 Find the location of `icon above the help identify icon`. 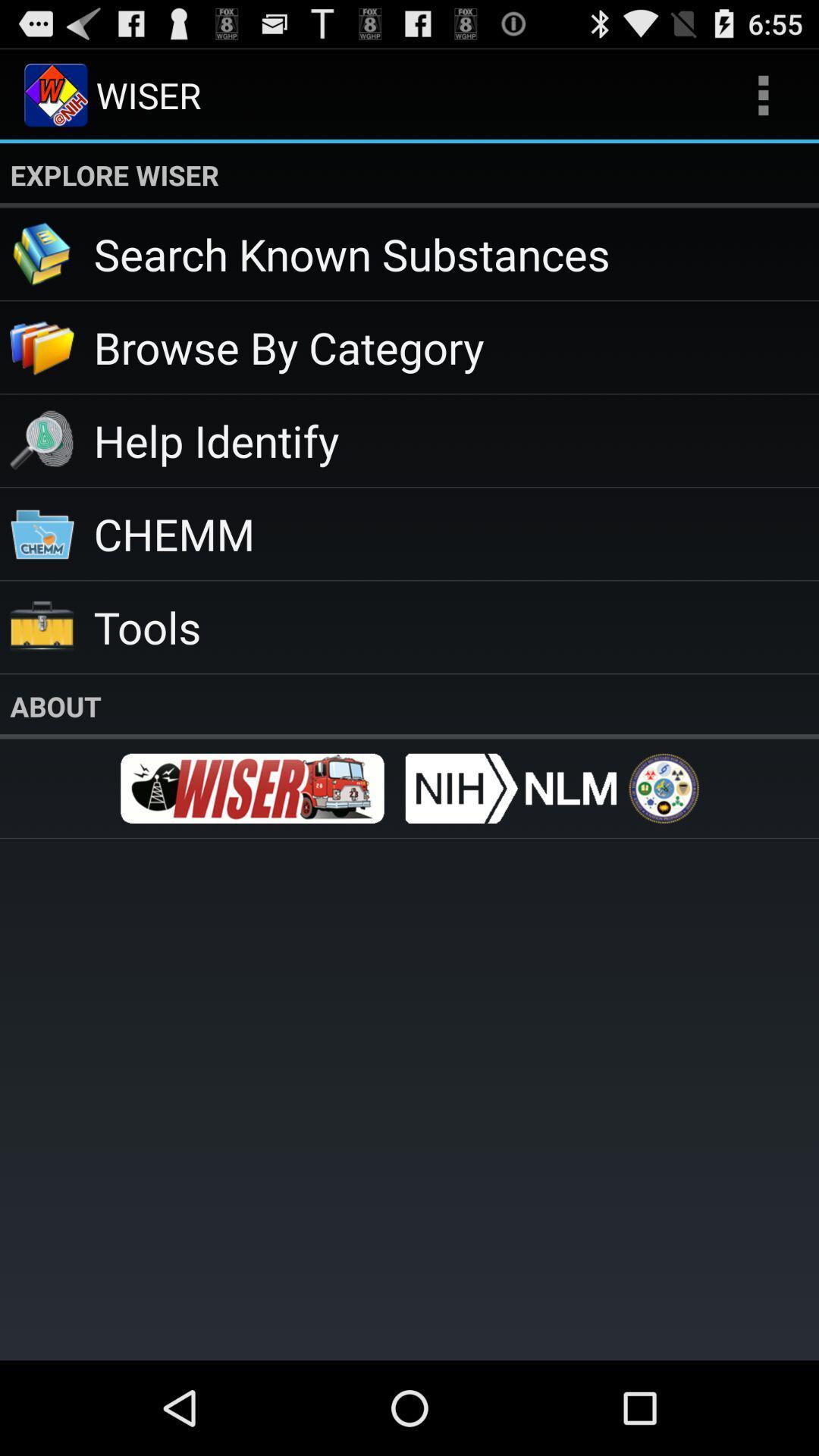

icon above the help identify icon is located at coordinates (455, 346).